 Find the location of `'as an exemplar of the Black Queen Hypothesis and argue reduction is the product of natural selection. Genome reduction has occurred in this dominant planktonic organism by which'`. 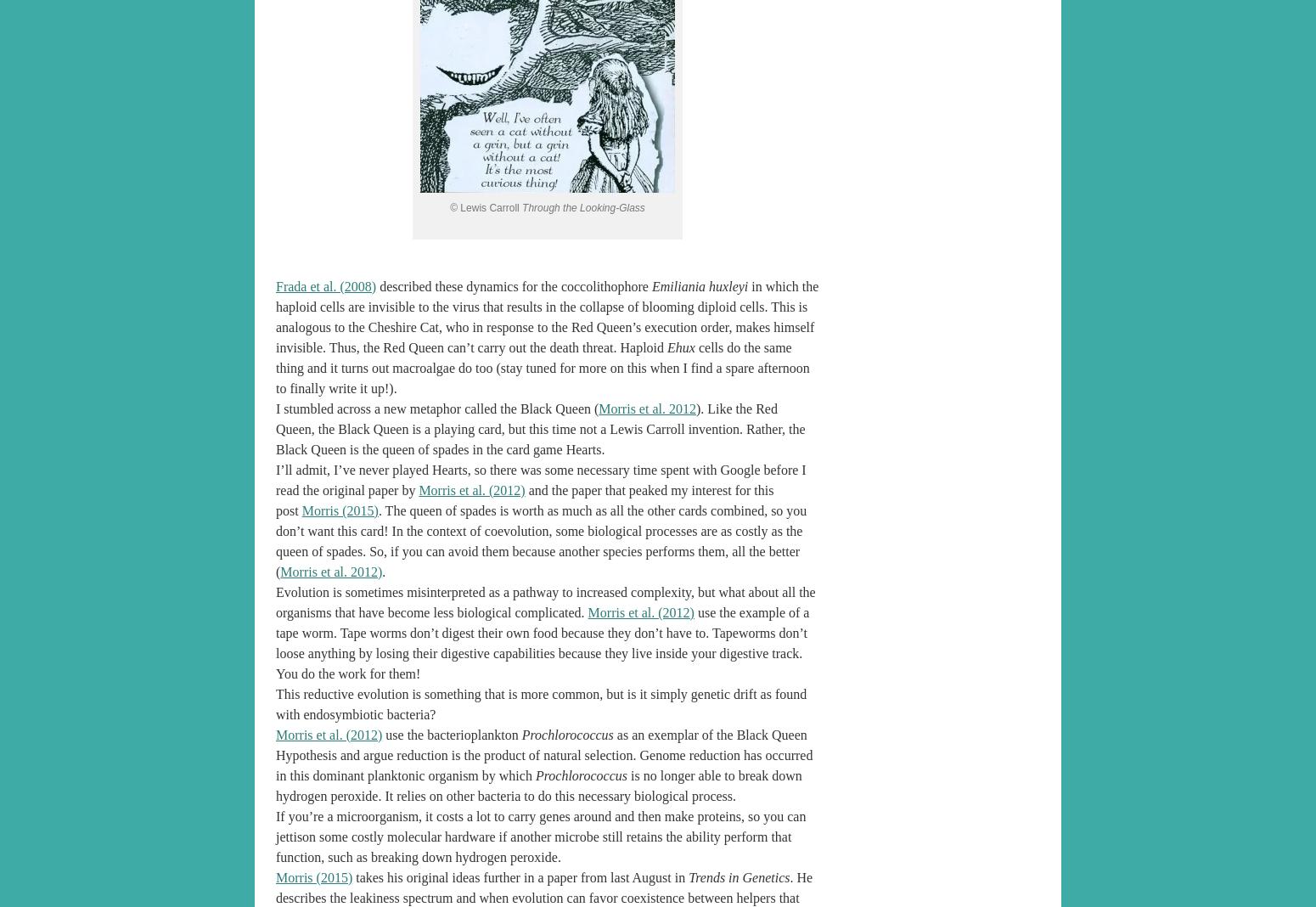

'as an exemplar of the Black Queen Hypothesis and argue reduction is the product of natural selection. Genome reduction has occurred in this dominant planktonic organism by which' is located at coordinates (543, 753).